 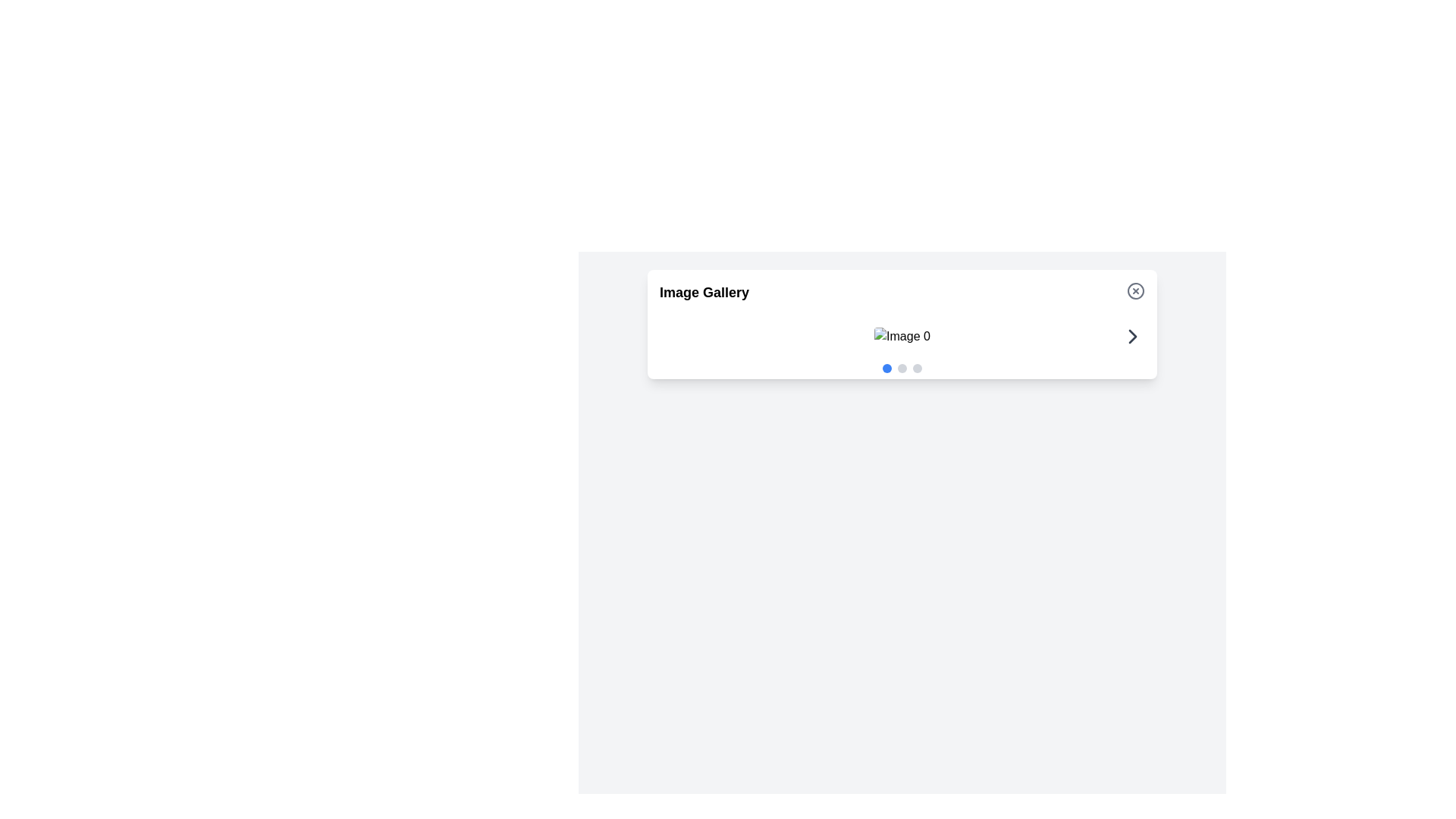 What do you see at coordinates (902, 369) in the screenshot?
I see `the carousel navigation indicator component, which consists of three small circular indicators with the middle circle highlighted in blue, located at the bottom of the 'Image Gallery' card` at bounding box center [902, 369].